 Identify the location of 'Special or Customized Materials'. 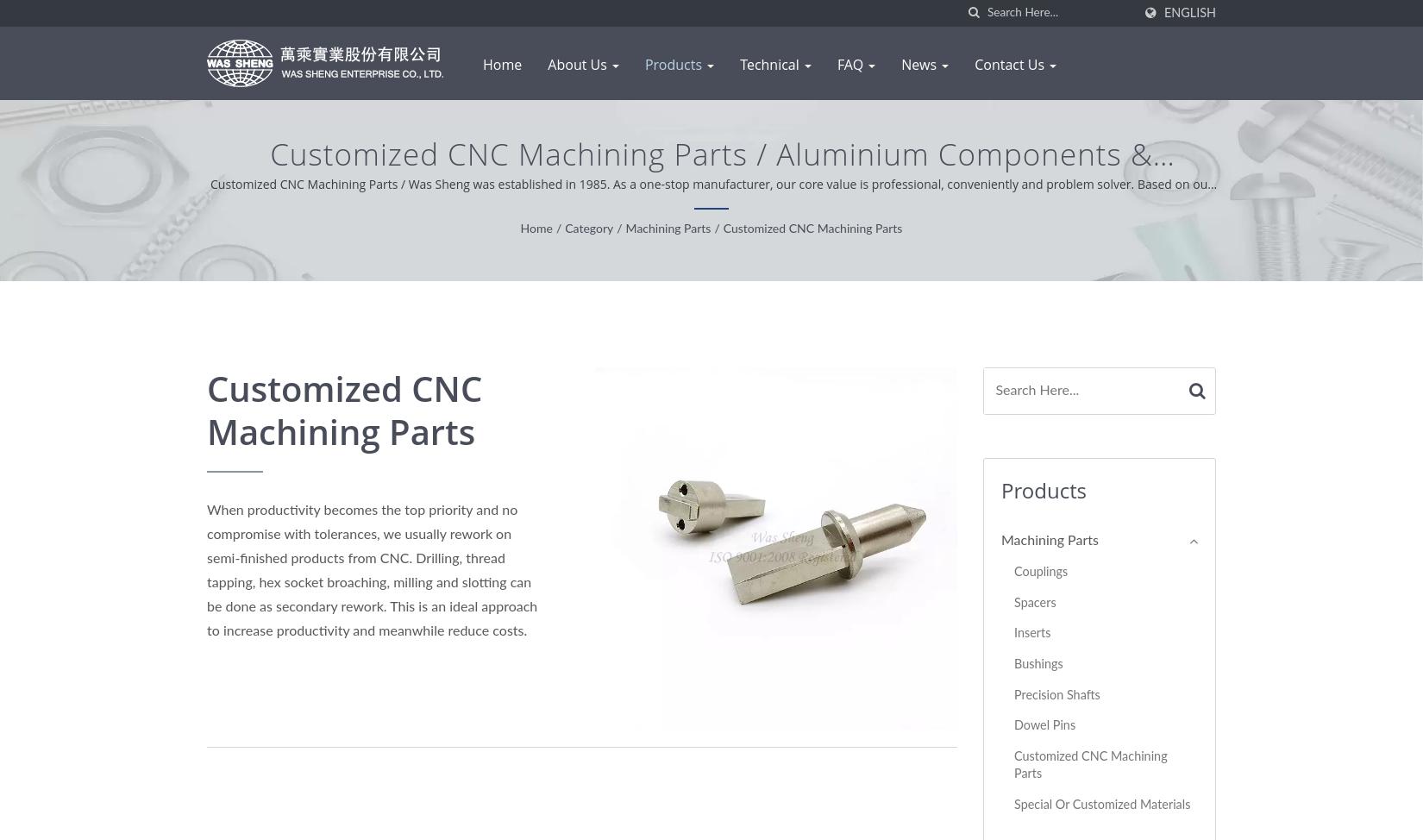
(1100, 803).